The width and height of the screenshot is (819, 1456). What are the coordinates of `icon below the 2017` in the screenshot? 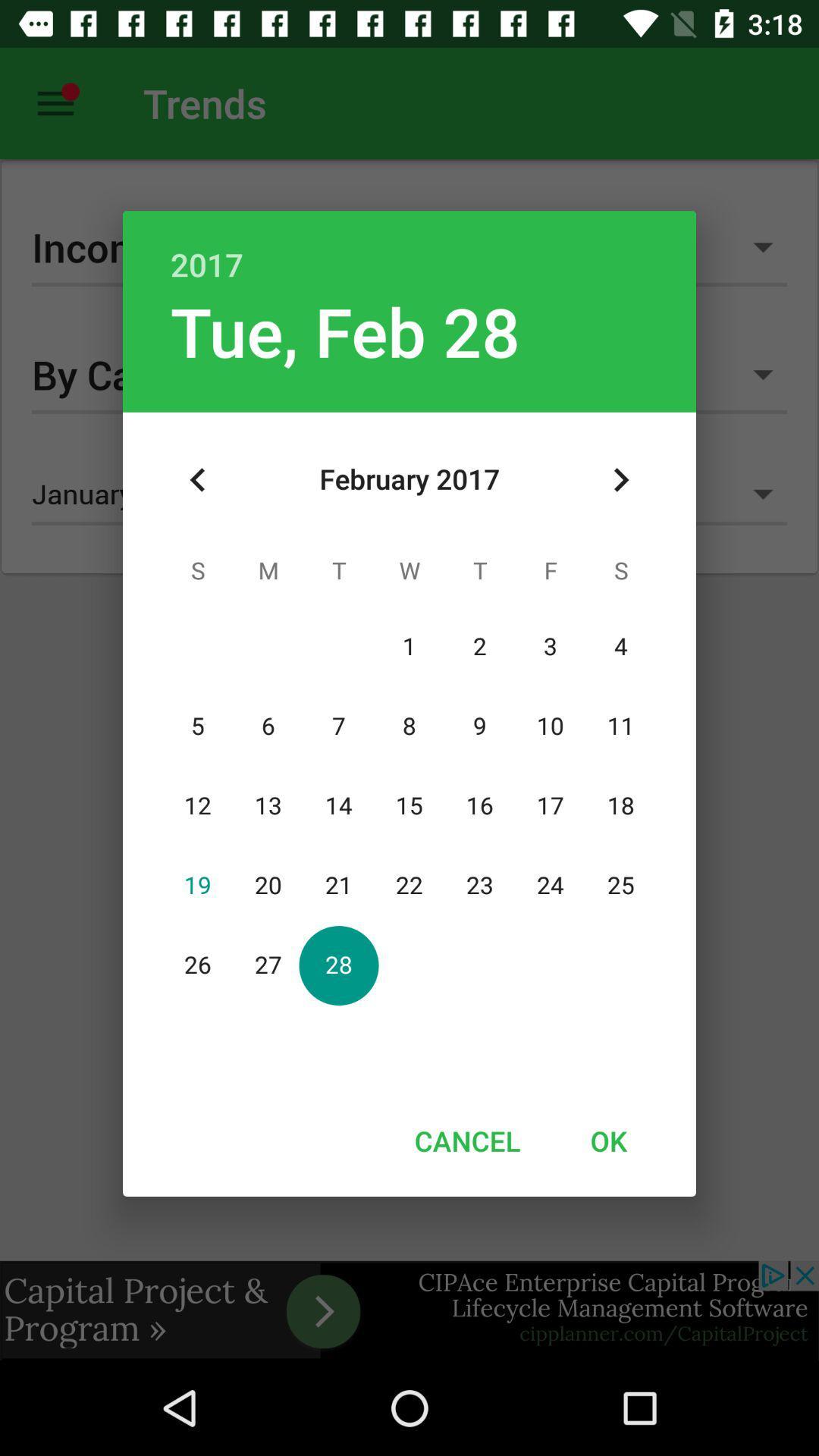 It's located at (620, 479).